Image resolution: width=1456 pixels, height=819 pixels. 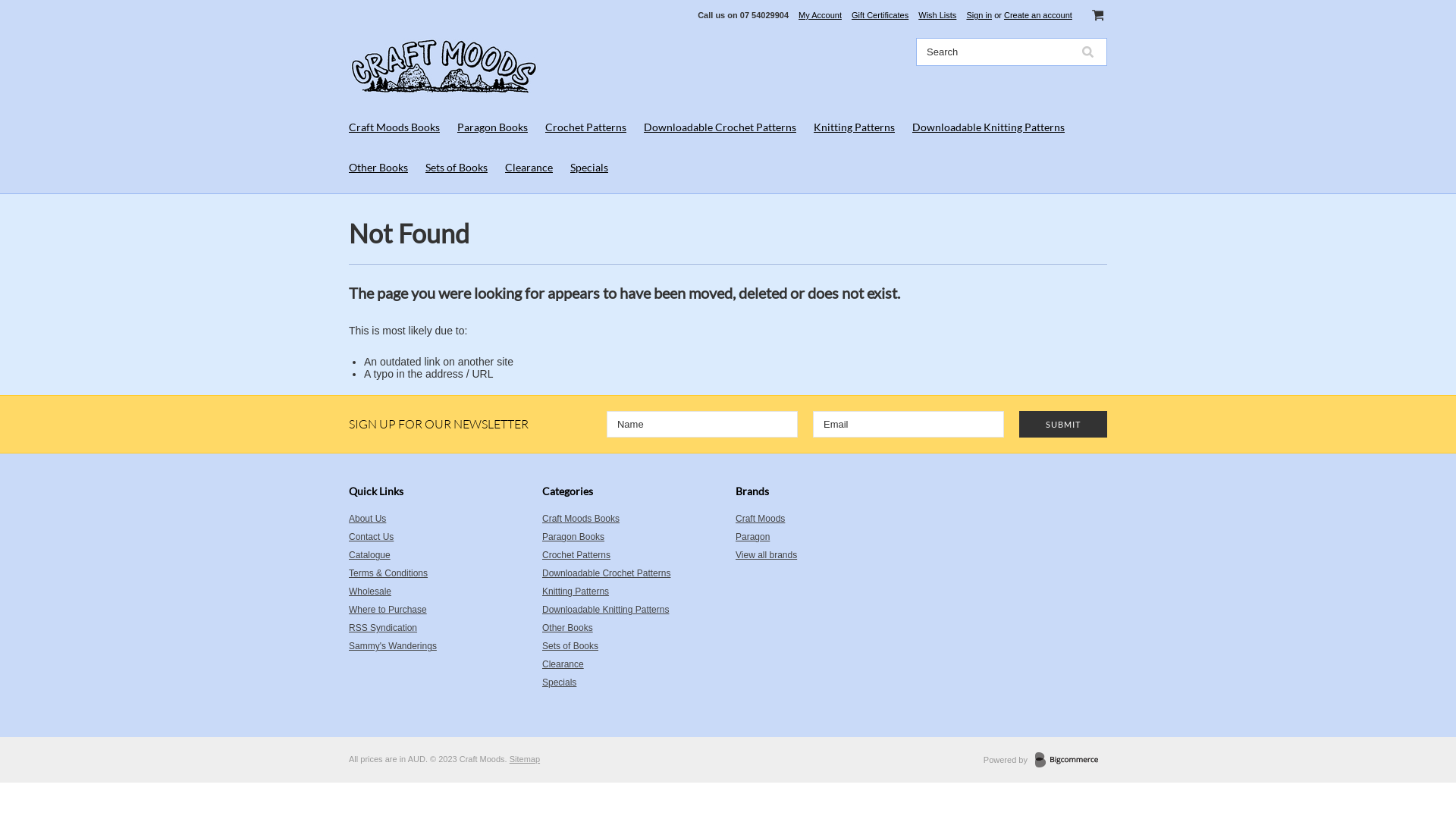 What do you see at coordinates (542, 608) in the screenshot?
I see `'Downloadable Knitting Patterns'` at bounding box center [542, 608].